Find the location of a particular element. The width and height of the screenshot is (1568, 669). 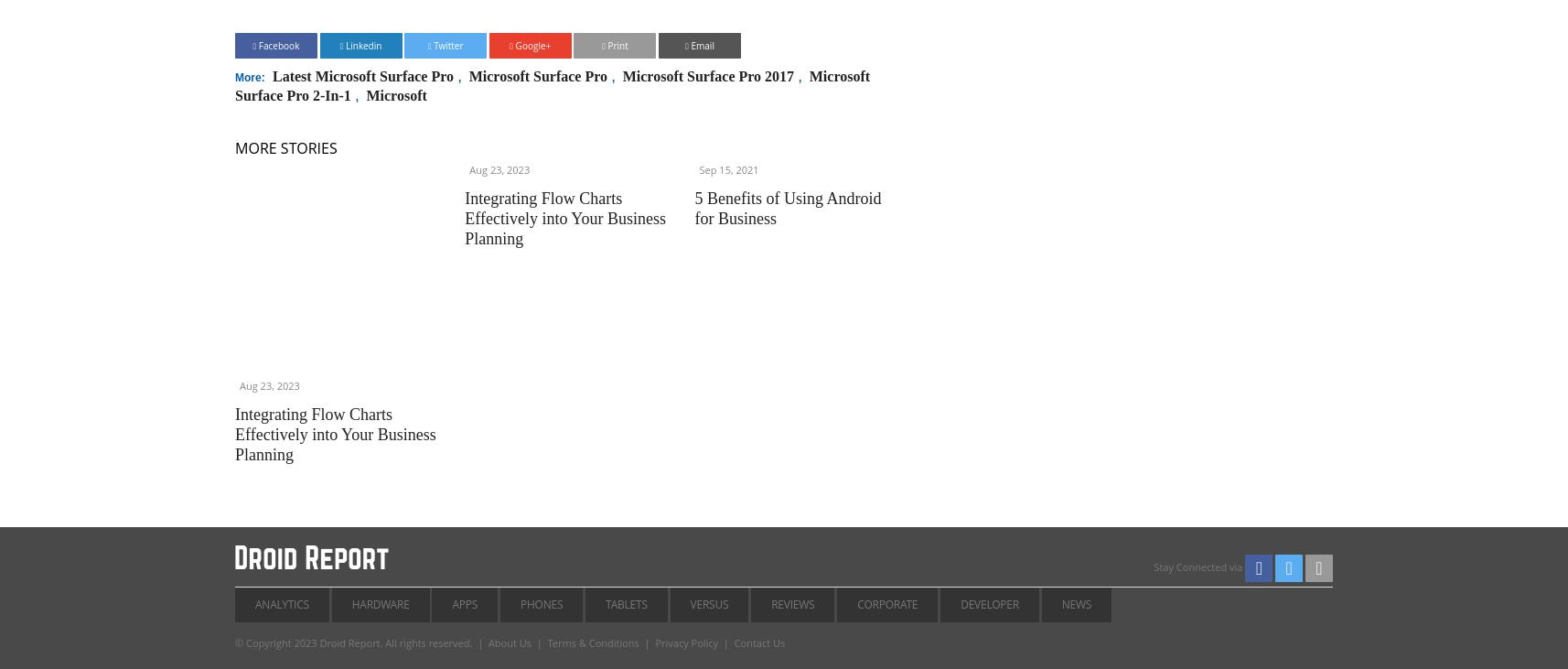

'Versus' is located at coordinates (709, 603).